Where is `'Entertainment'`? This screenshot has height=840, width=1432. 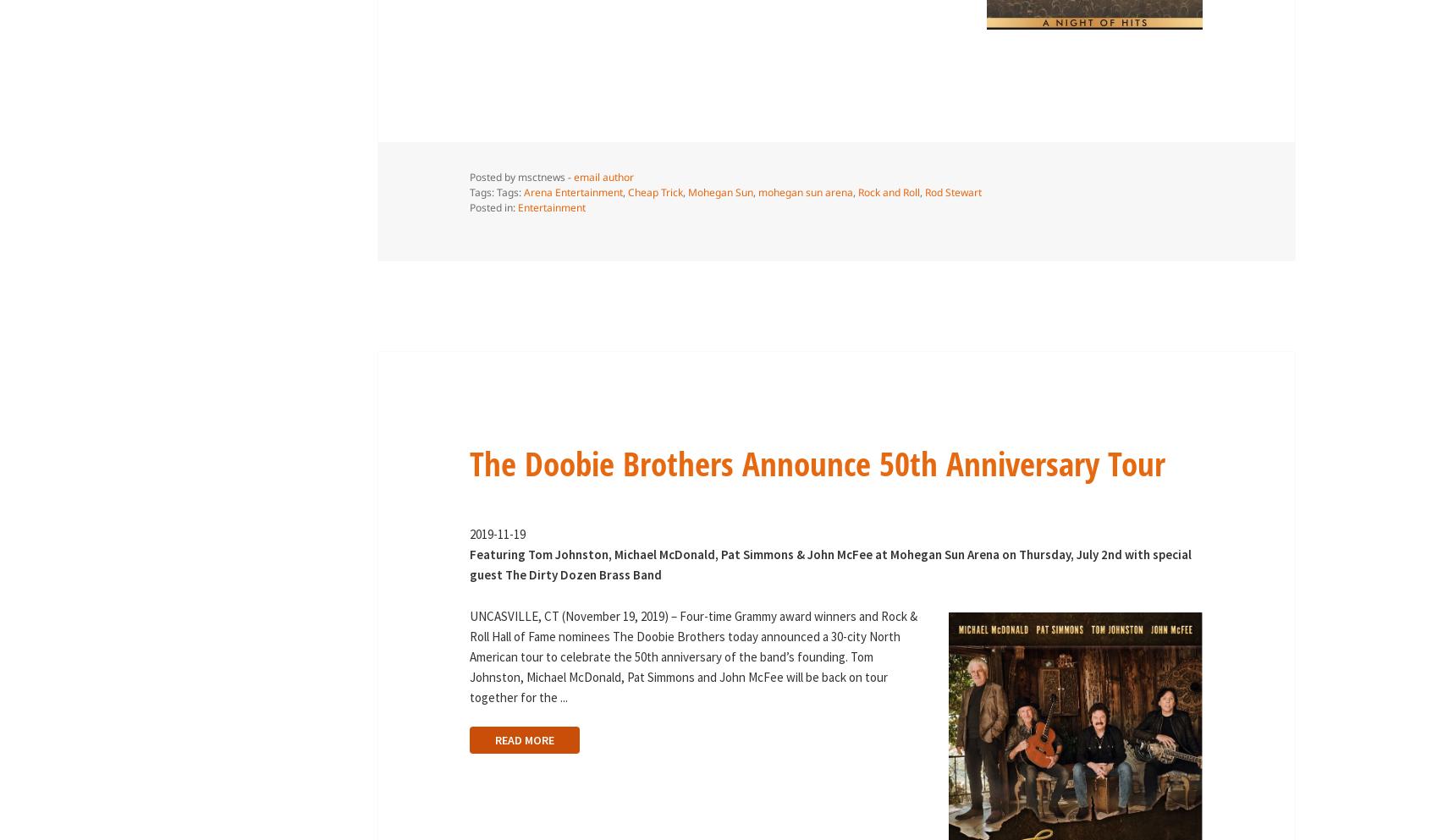
'Entertainment' is located at coordinates (551, 206).